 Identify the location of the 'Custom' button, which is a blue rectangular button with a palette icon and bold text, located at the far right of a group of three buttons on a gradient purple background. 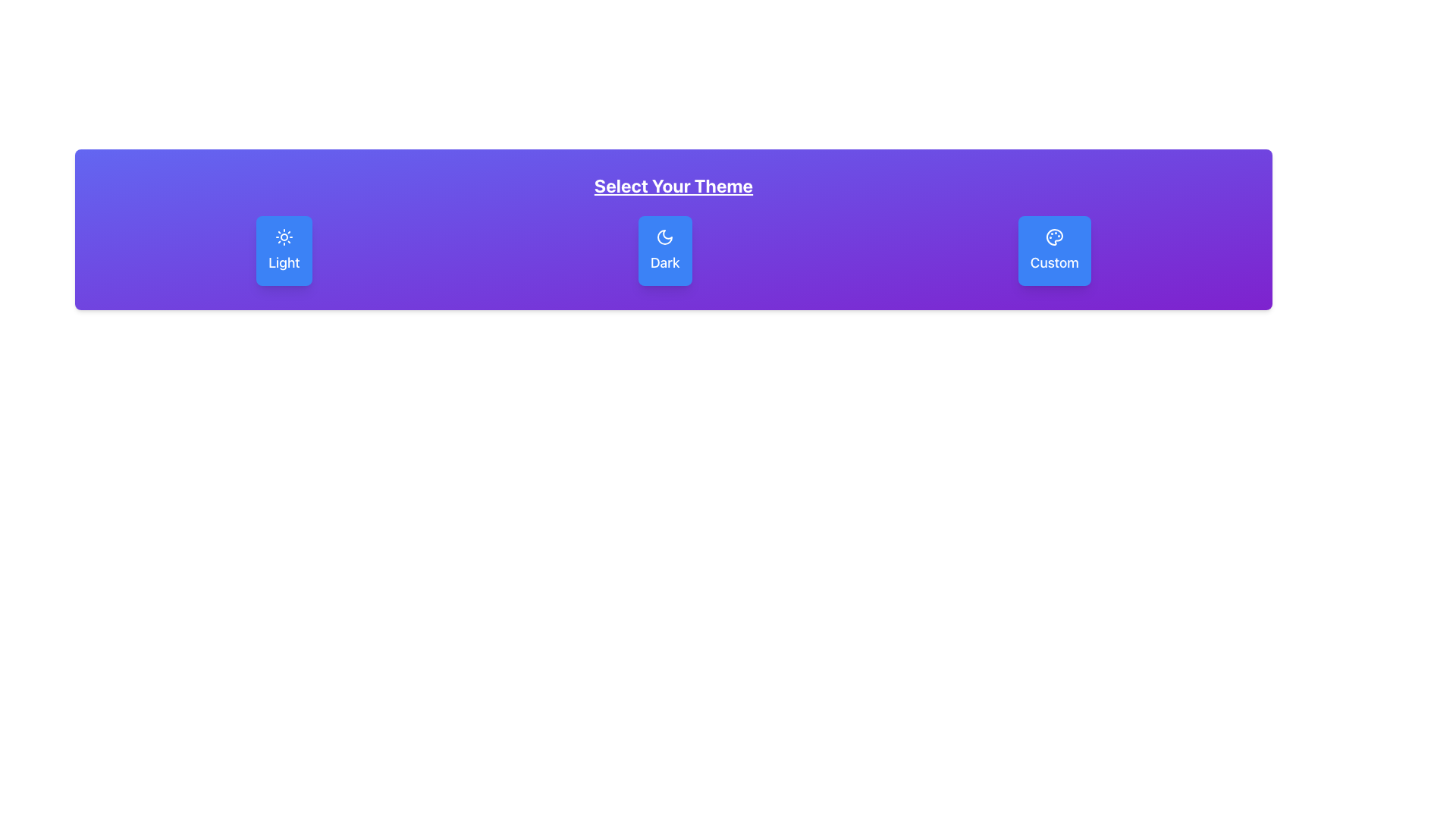
(1053, 262).